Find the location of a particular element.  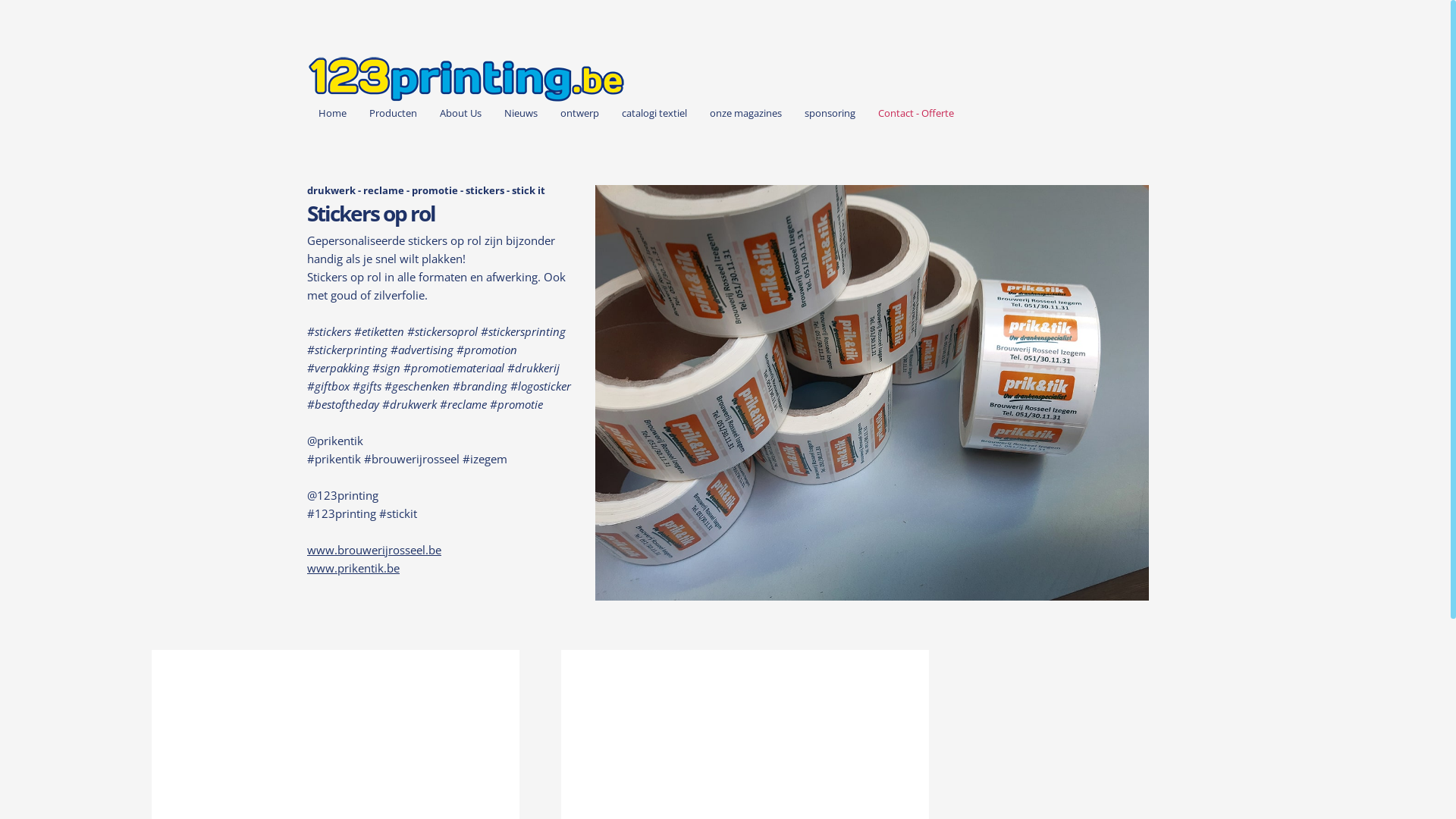

'About Us' is located at coordinates (428, 113).